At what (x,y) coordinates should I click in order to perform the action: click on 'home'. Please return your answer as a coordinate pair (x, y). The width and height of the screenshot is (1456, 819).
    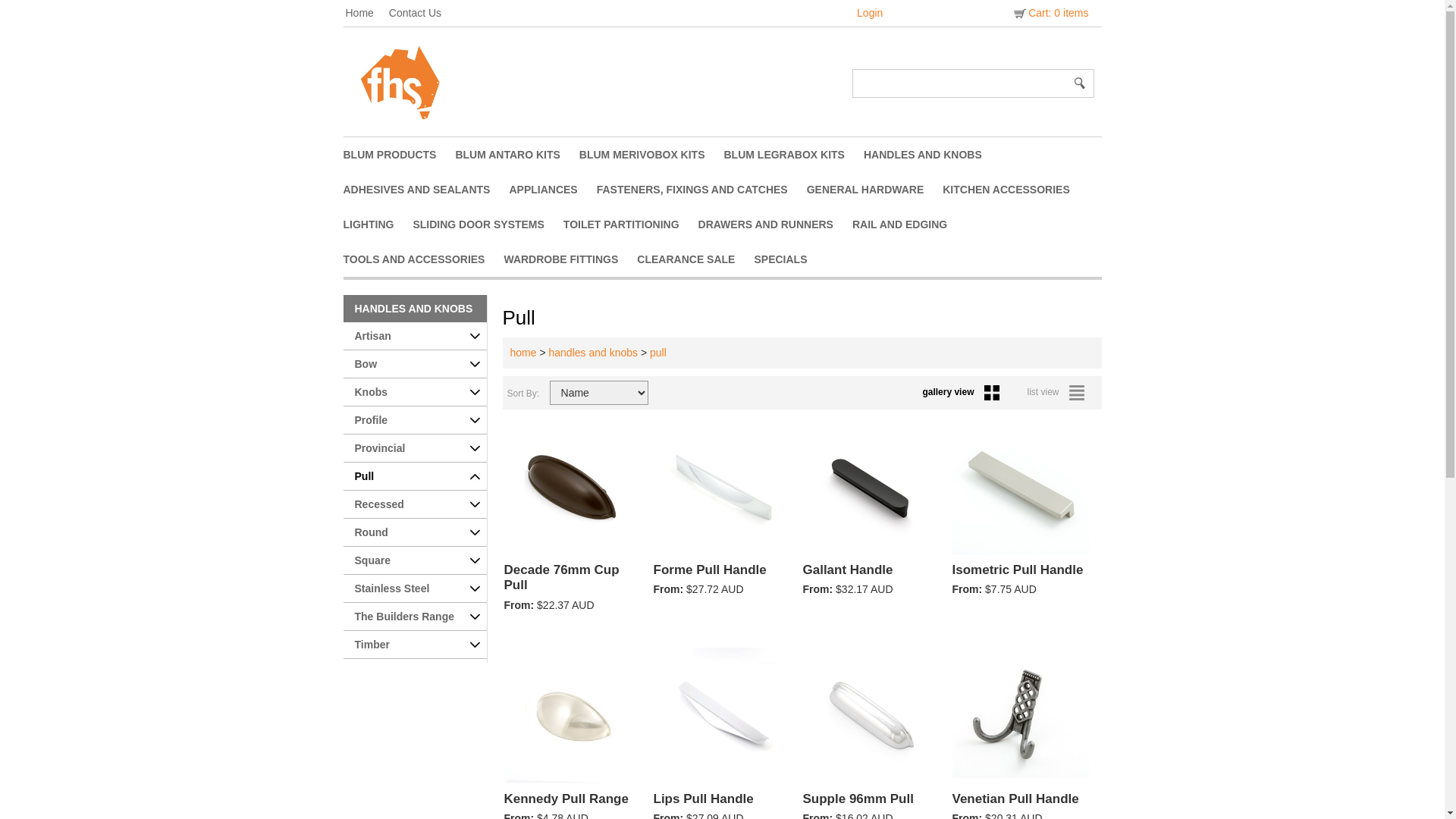
    Looking at the image, I should click on (522, 353).